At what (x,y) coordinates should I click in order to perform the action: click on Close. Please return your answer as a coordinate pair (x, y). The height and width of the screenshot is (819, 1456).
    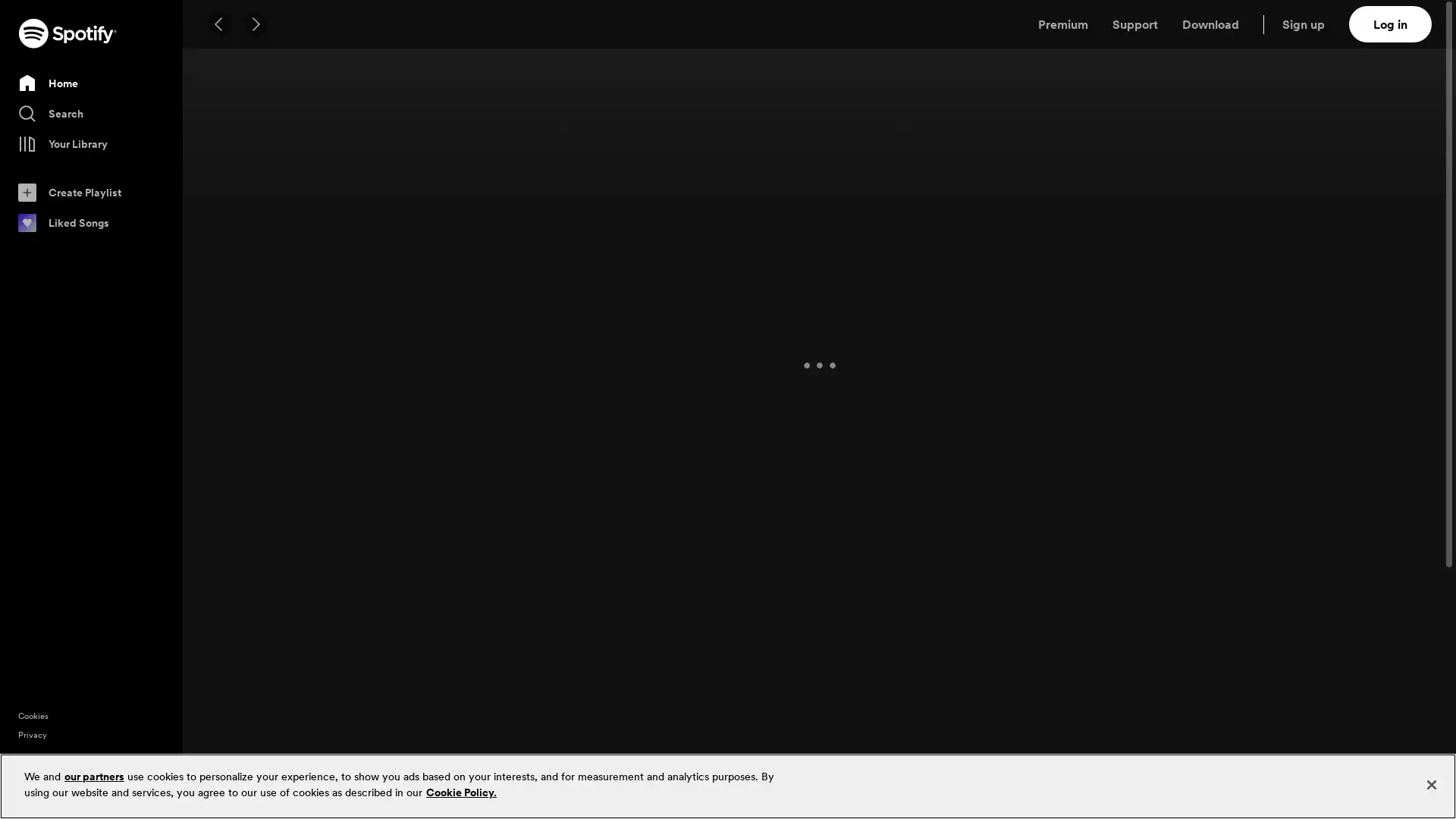
    Looking at the image, I should click on (1430, 784).